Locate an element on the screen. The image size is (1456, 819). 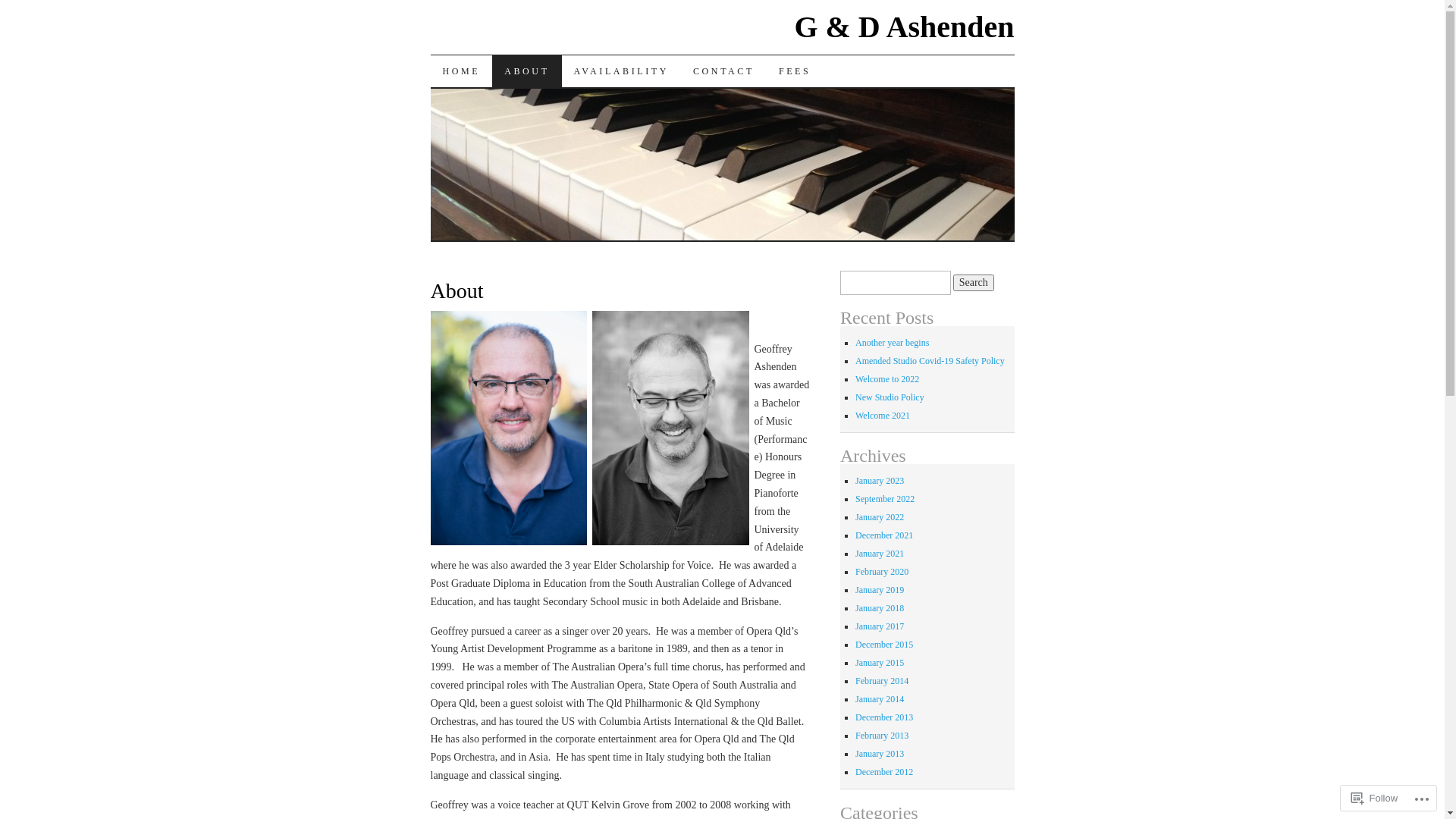
'New Studio Policy' is located at coordinates (890, 397).